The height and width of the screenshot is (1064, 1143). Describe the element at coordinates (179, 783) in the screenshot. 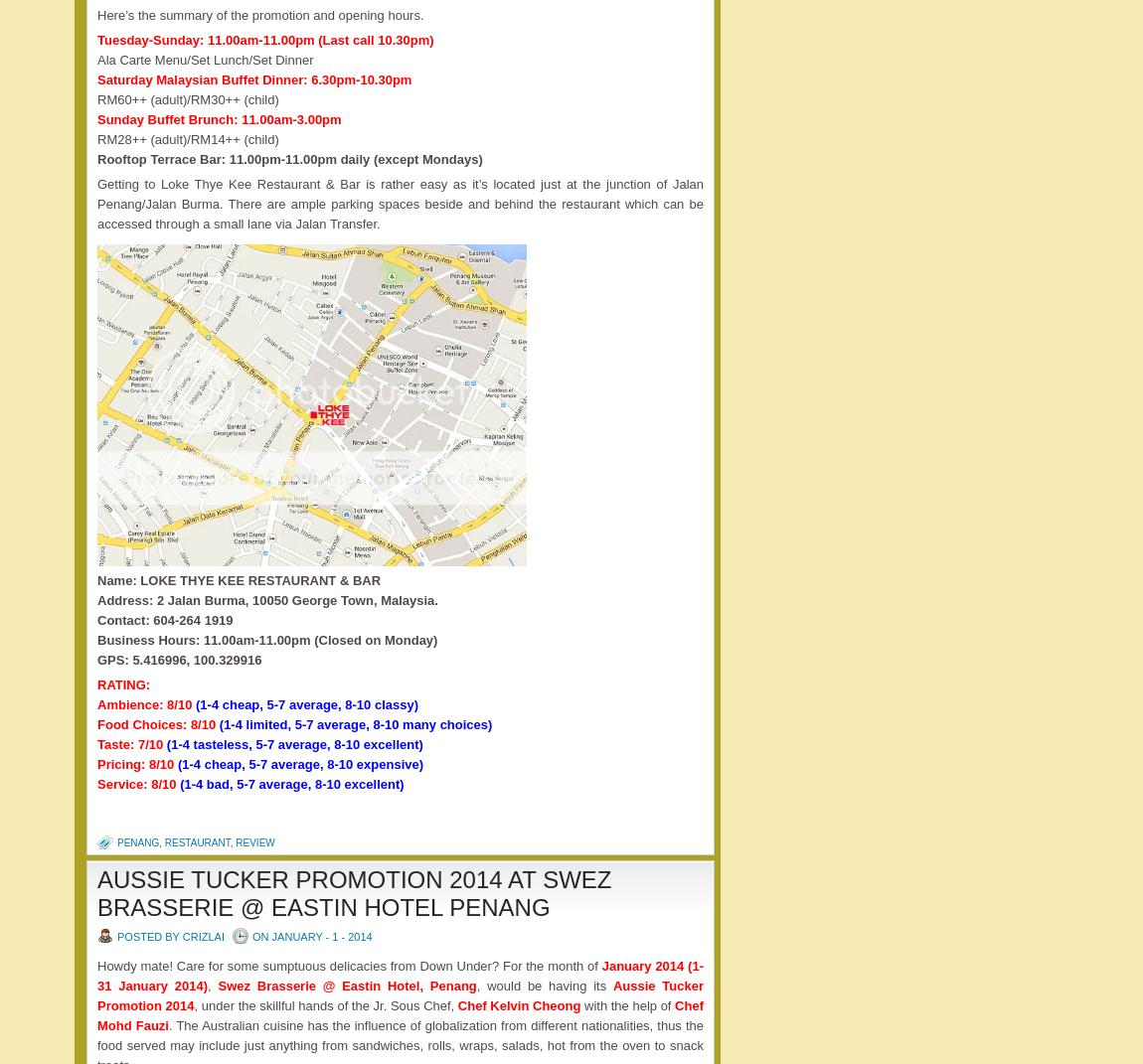

I see `'(1-4 bad, 5-7 average, 8-10 excellent)'` at that location.